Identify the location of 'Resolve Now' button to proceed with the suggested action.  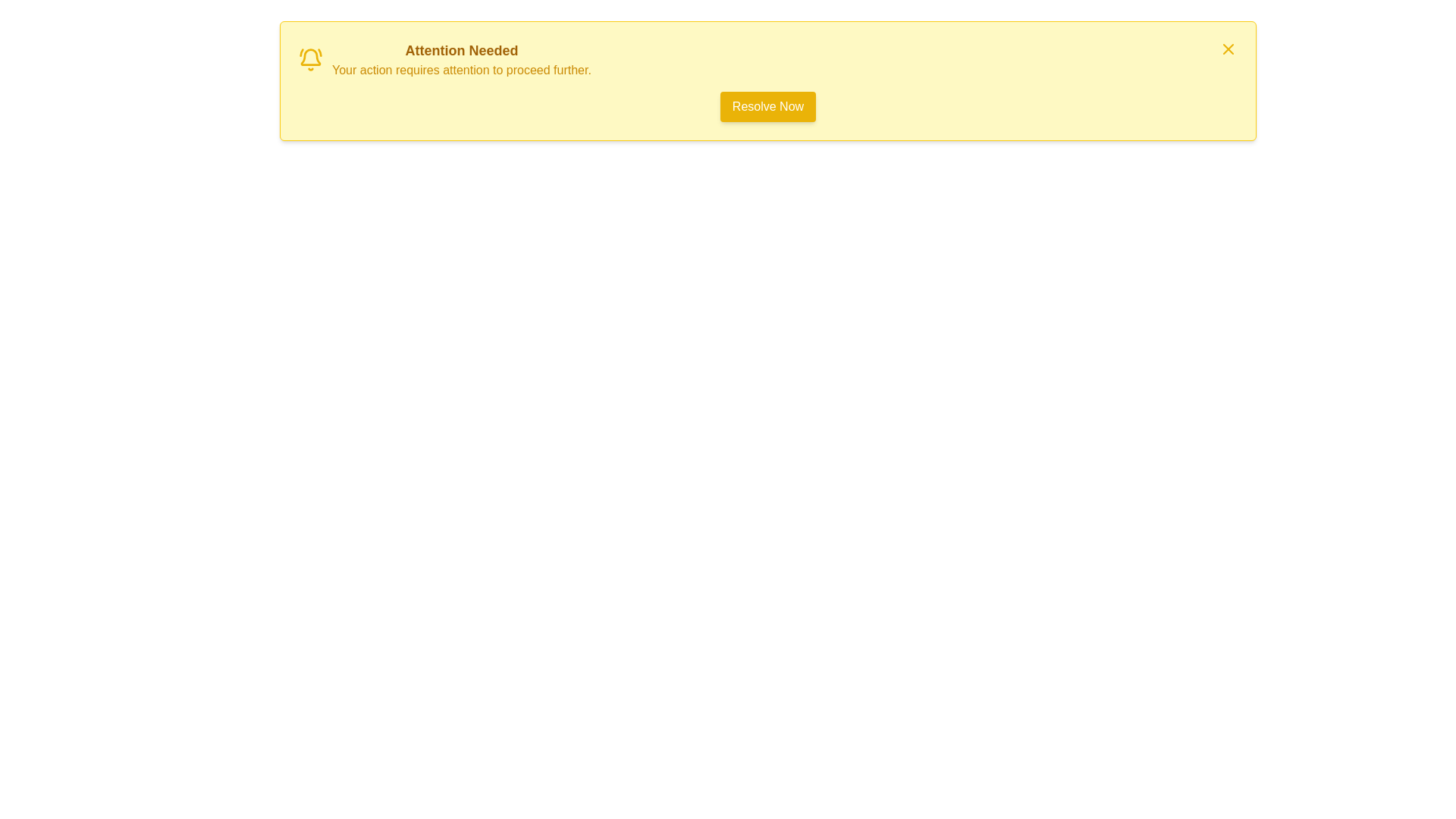
(767, 106).